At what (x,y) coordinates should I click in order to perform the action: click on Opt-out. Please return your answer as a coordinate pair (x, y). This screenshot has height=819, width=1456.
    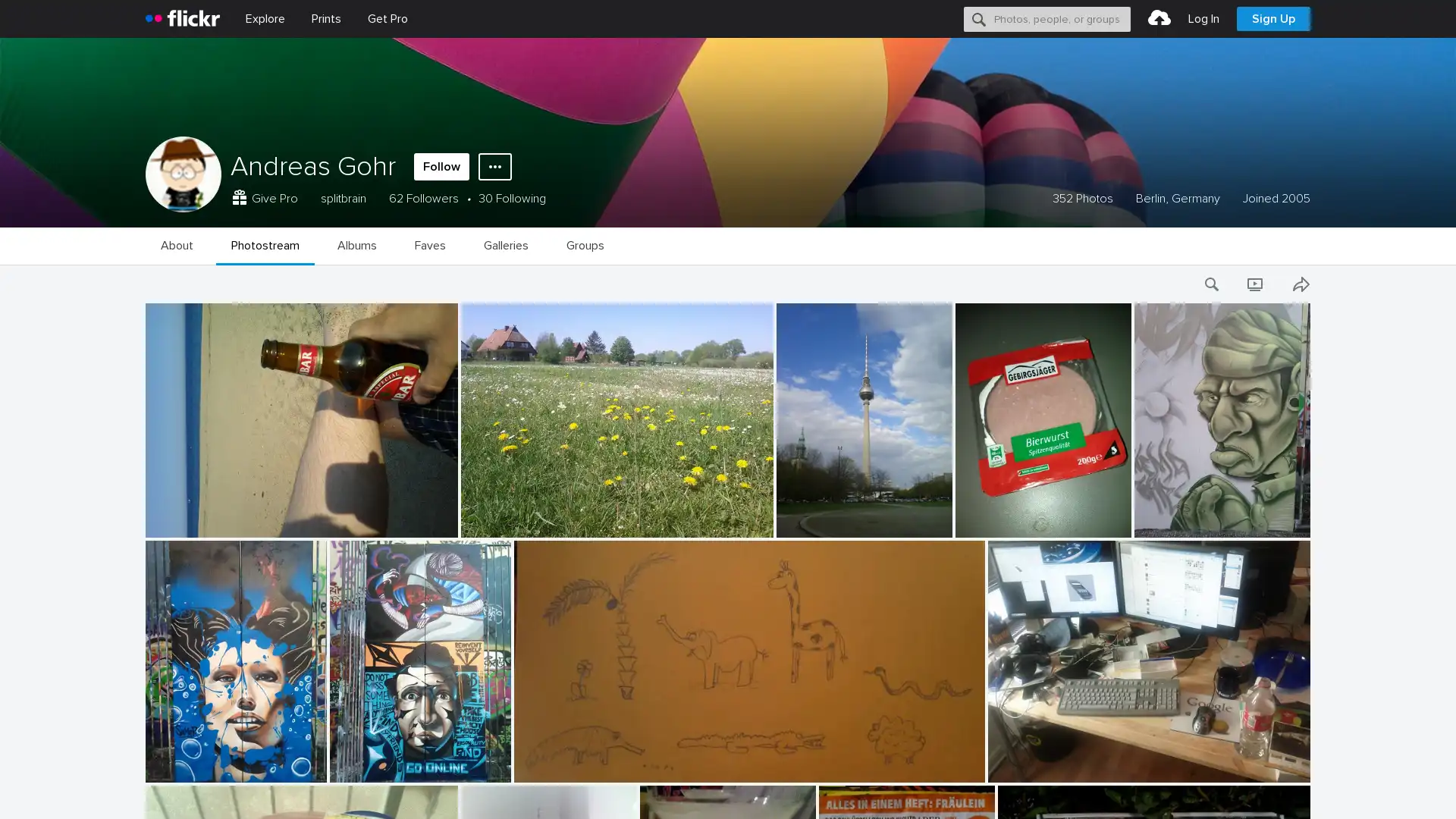
    Looking at the image, I should click on (1225, 789).